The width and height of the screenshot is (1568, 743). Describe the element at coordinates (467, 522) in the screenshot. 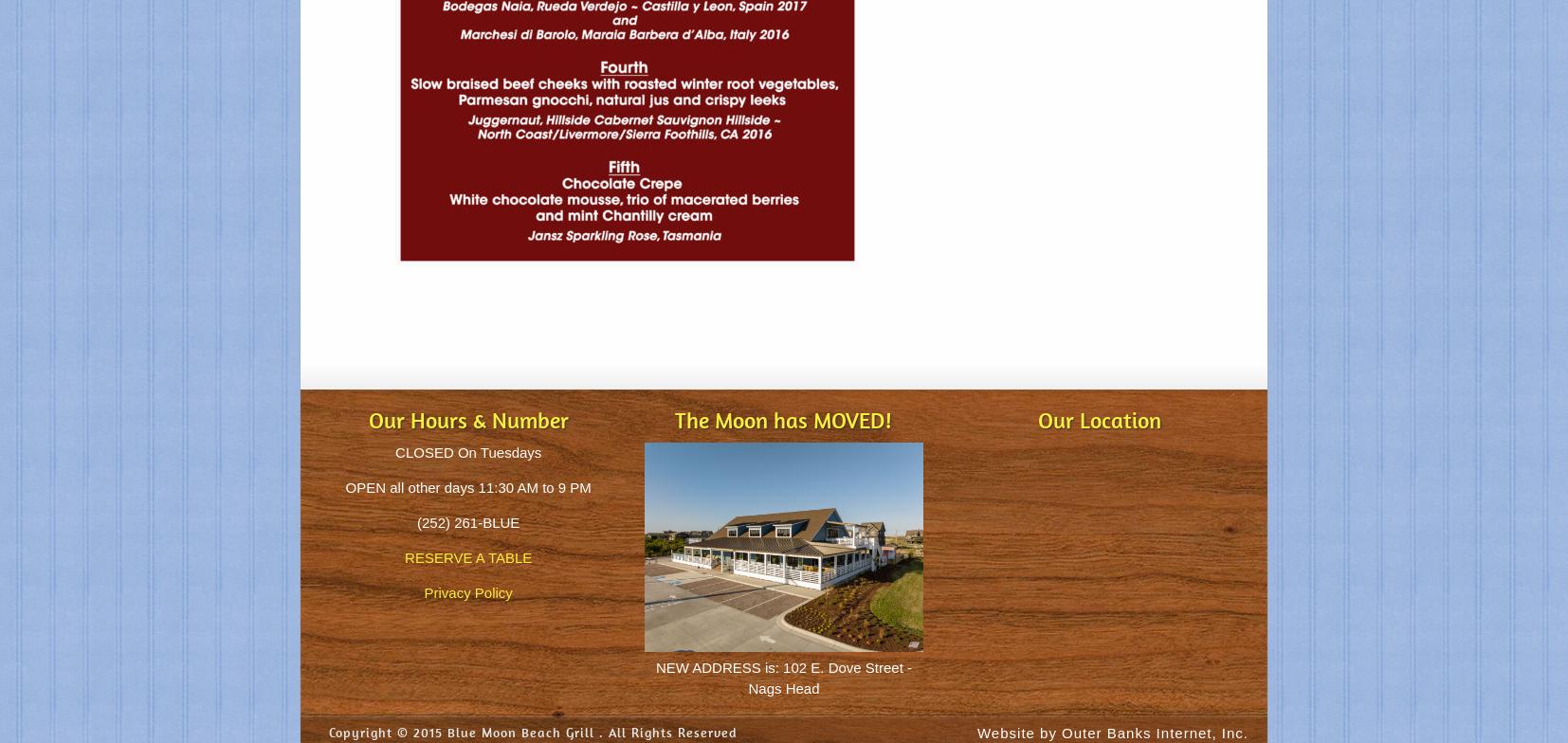

I see `'(252) 261-BLUE'` at that location.